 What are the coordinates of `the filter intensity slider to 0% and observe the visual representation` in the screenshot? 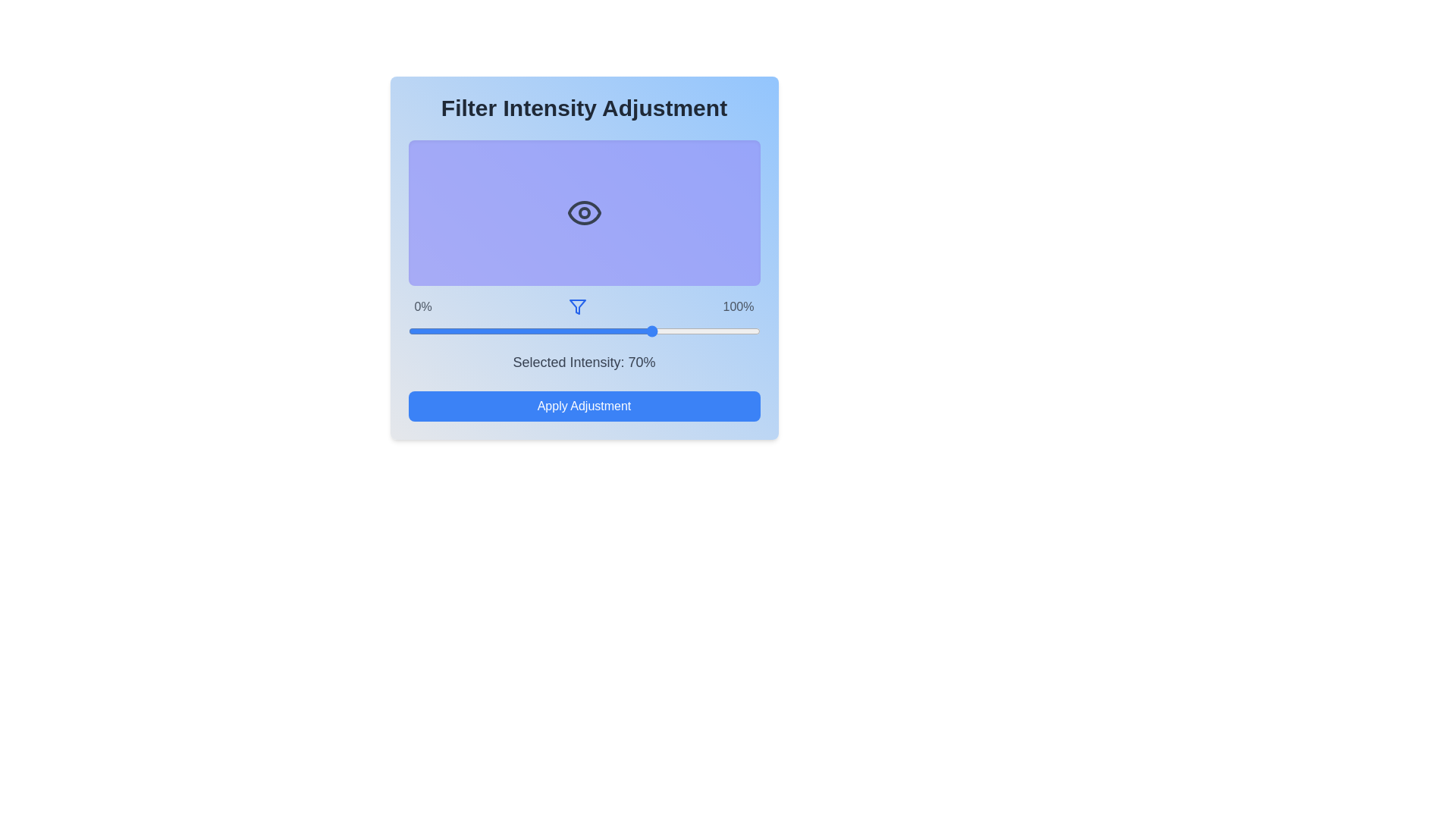 It's located at (408, 330).